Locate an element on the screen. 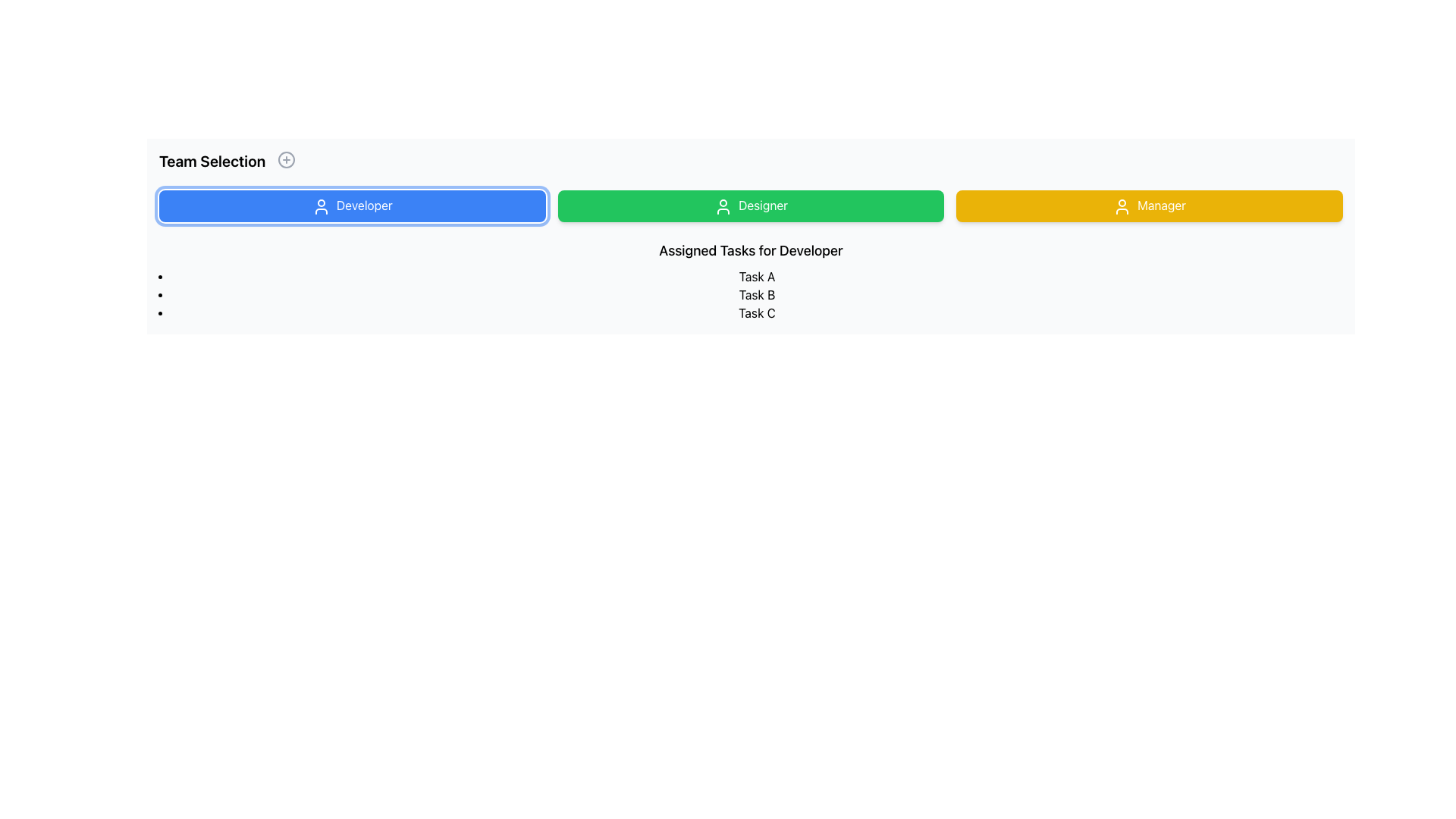 This screenshot has height=819, width=1456. the 'Developer' role button located in the first position of the horizontal row under the 'Team Selection' heading is located at coordinates (351, 206).